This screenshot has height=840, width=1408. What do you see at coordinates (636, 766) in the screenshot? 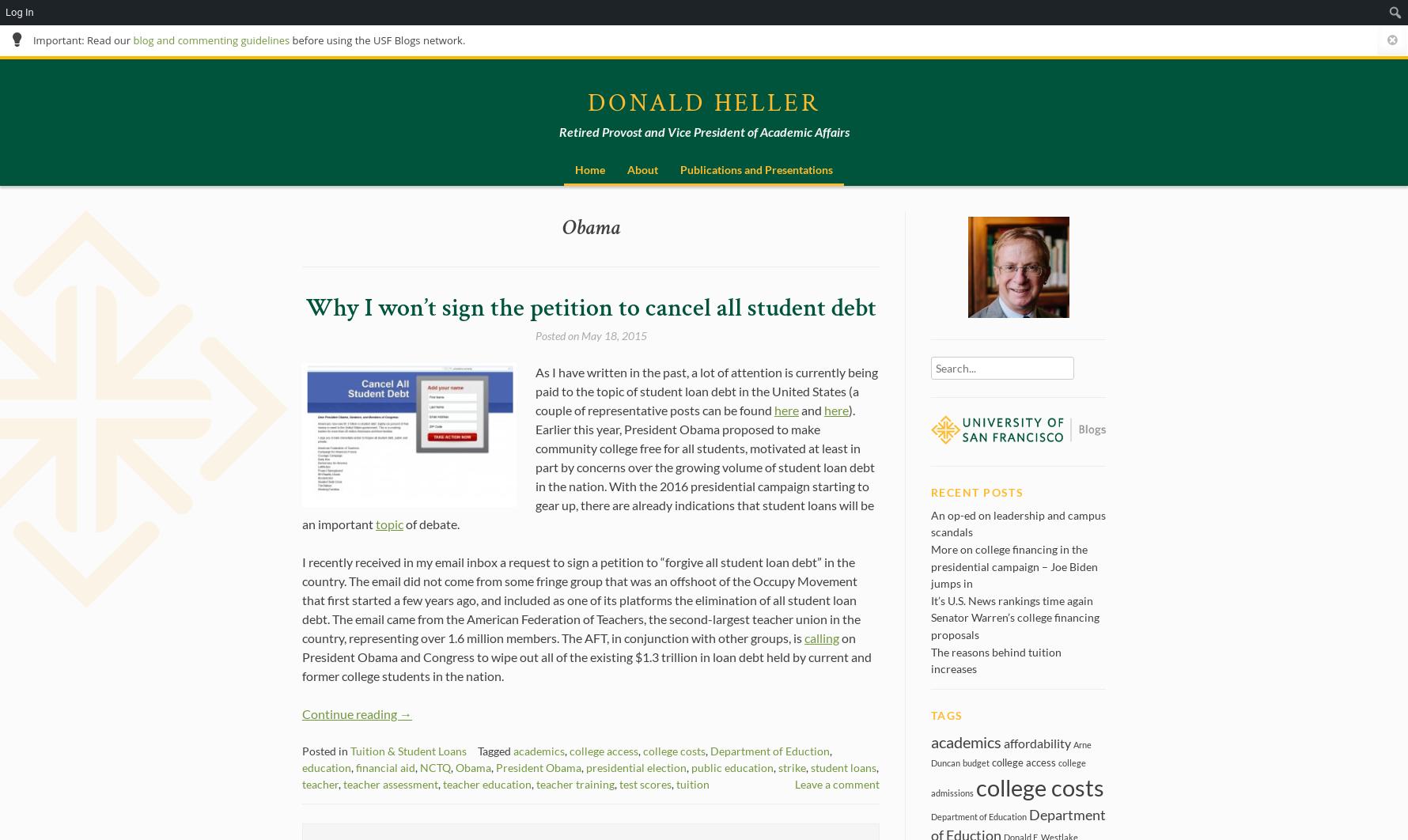
I see `'presidential election'` at bounding box center [636, 766].